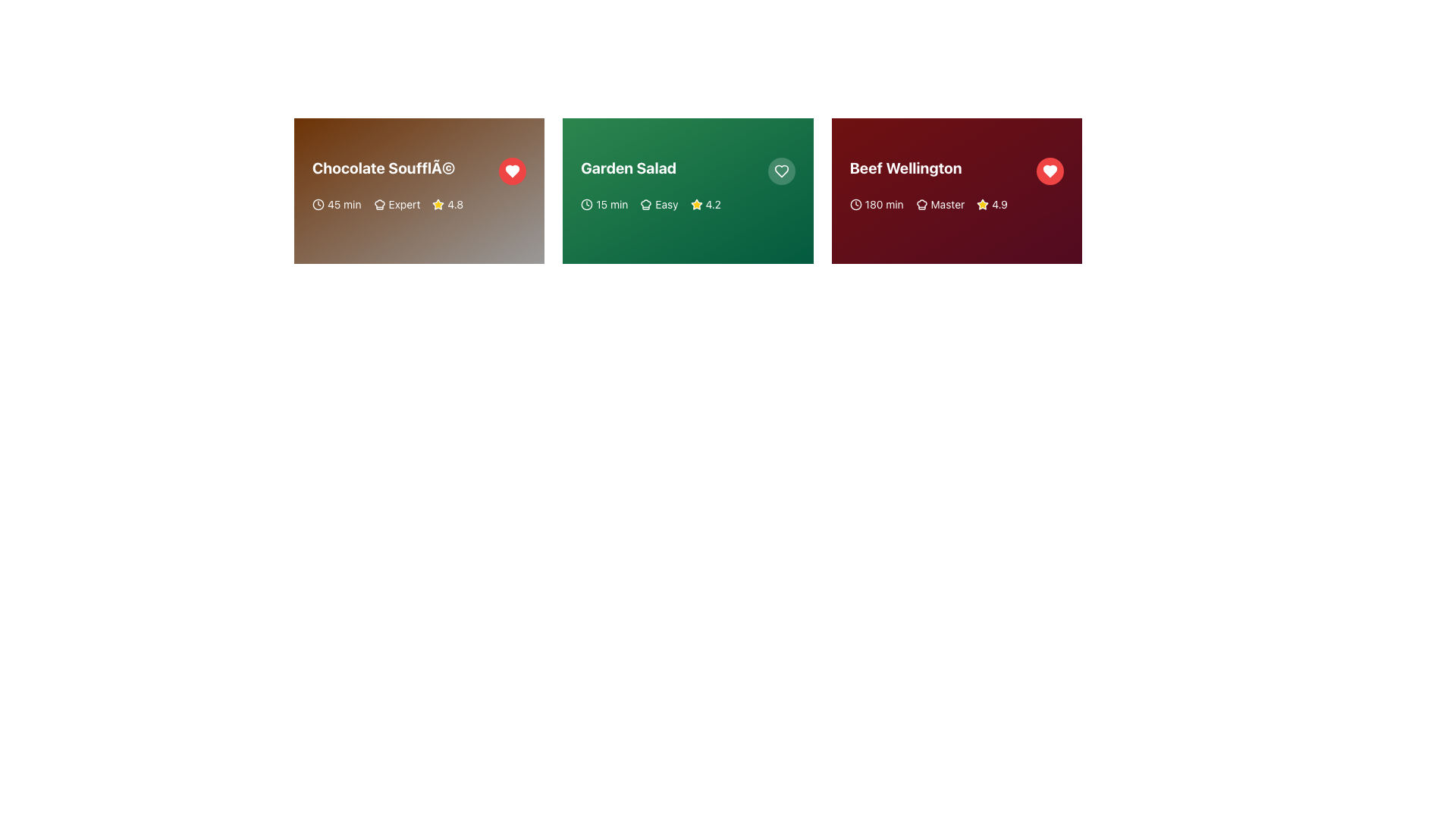 Image resolution: width=1456 pixels, height=819 pixels. Describe the element at coordinates (318, 205) in the screenshot. I see `the time icon that represents the estimated preparation time for the recipe, located to the left of '45 min' in the grouped layout below 'Chocolate Soufflé'` at that location.